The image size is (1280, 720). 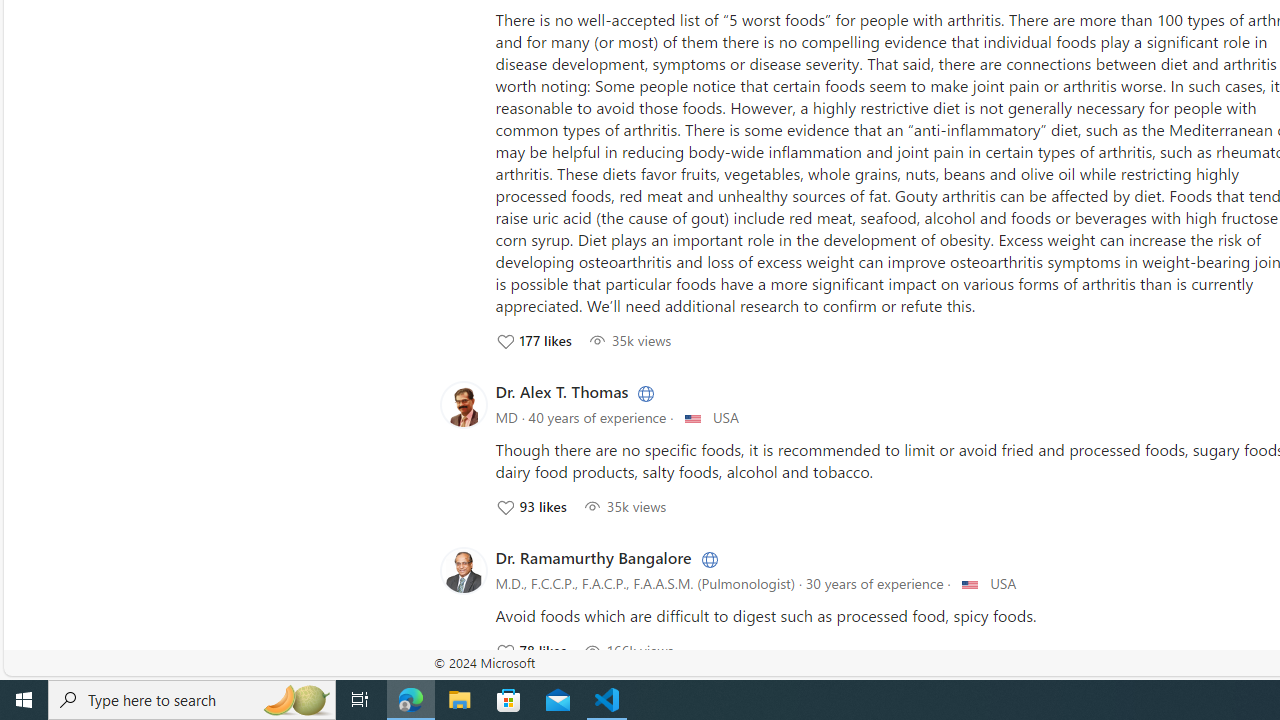 What do you see at coordinates (533, 339) in the screenshot?
I see `'177 Like; Click to Like'` at bounding box center [533, 339].